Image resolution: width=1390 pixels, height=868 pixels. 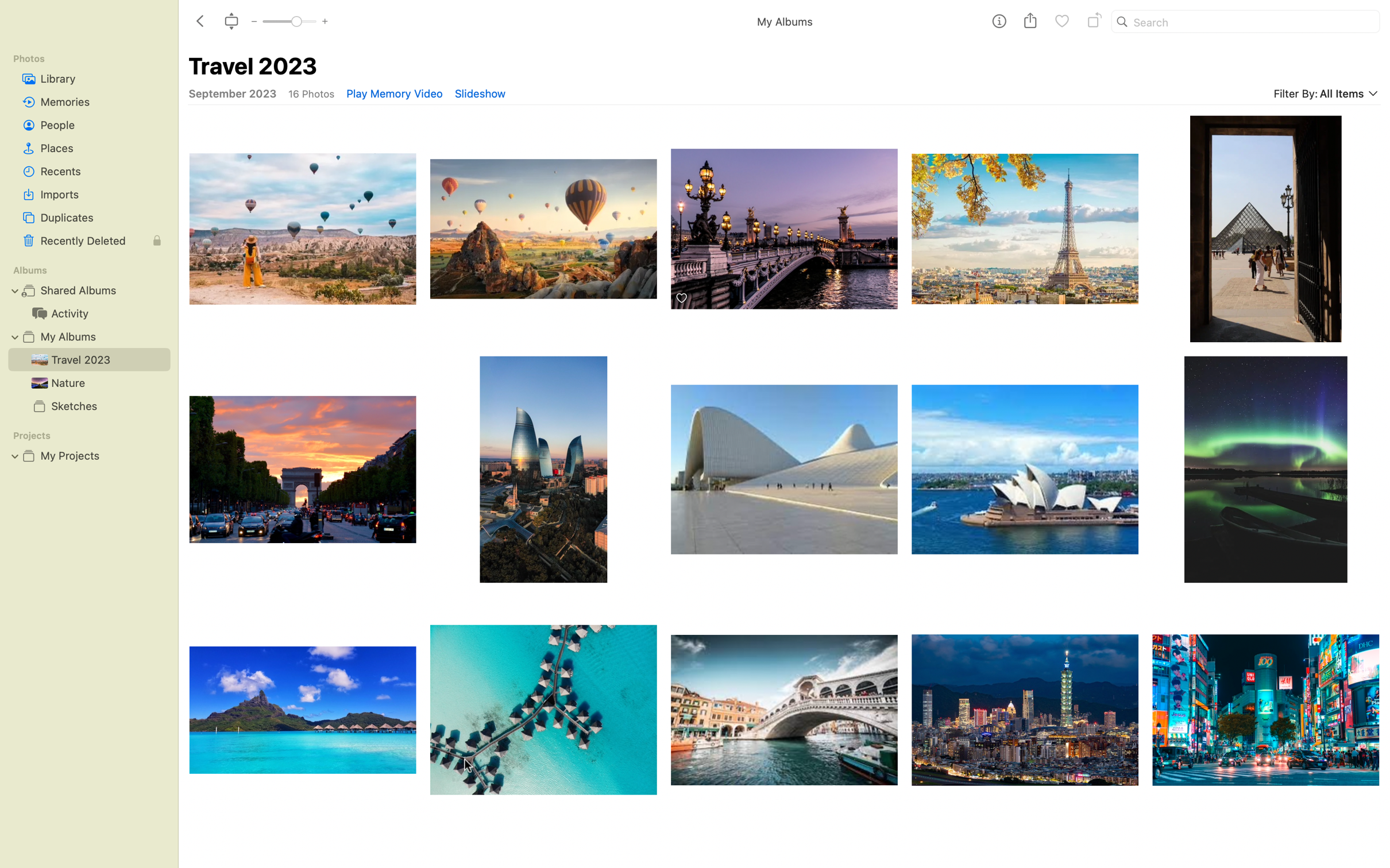 I want to click on picture of arc de triomphe, so click(x=300, y=470).